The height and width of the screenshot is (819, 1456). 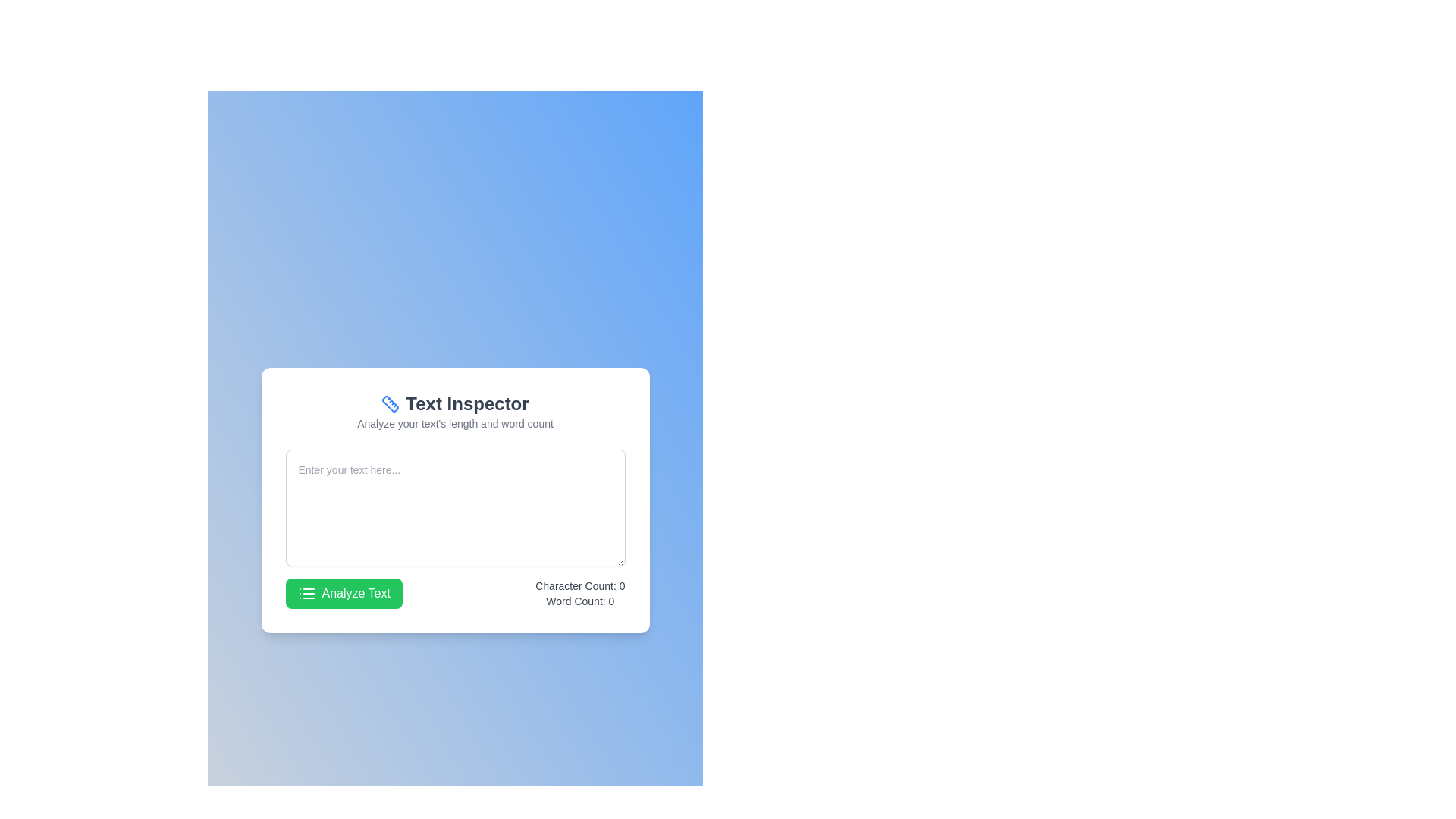 What do you see at coordinates (306, 593) in the screenshot?
I see `the icon located to the left of the 'Analyze Text' button, which visually represents the action of analyzing text` at bounding box center [306, 593].